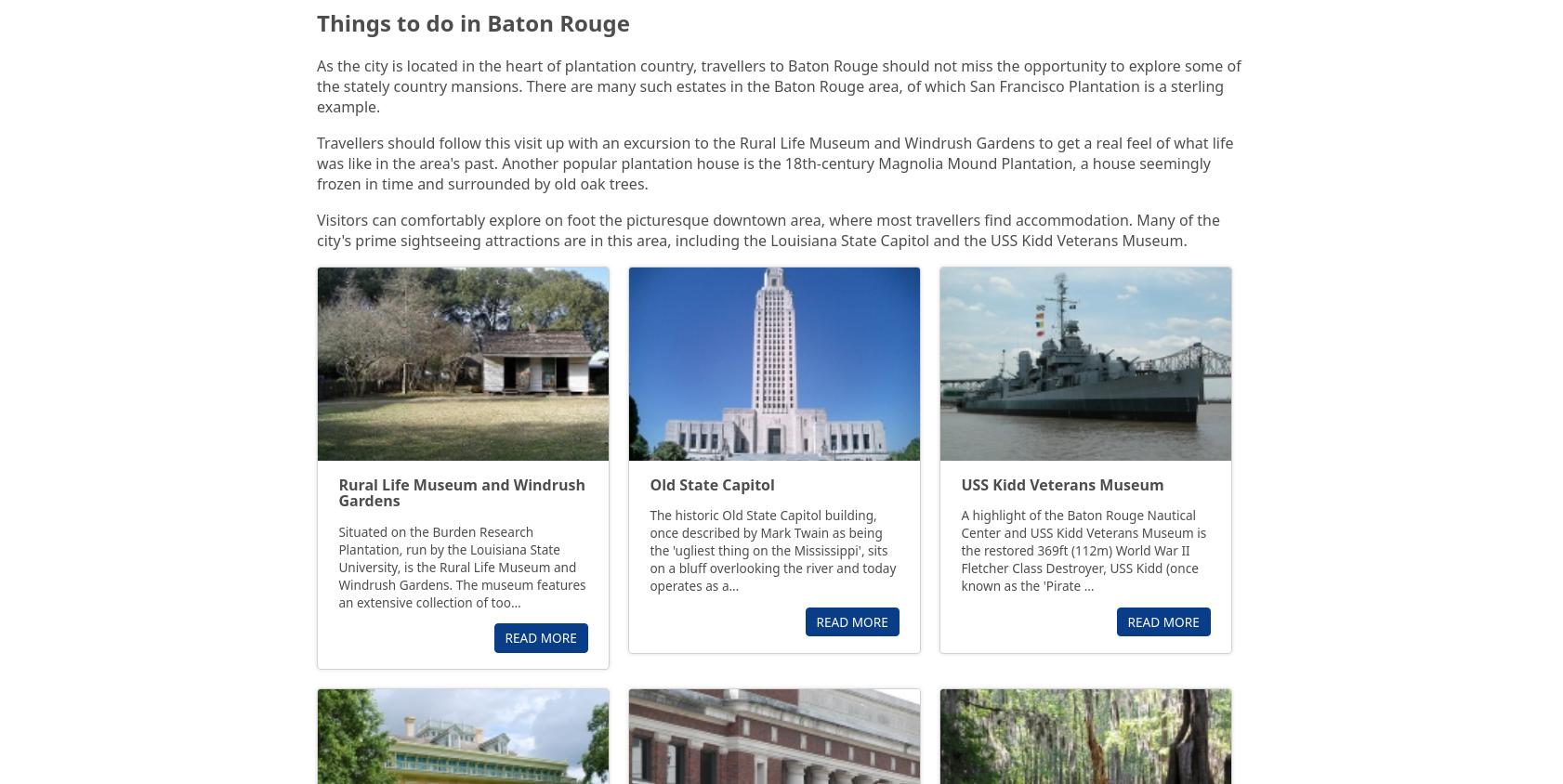 The height and width of the screenshot is (784, 1563). I want to click on 'The historic Old State Capitol building, once described by Mark
Twain as being the 'ugliest thing on the Mississippi', sits on a
bluff overlooking the river and today operates as a…', so click(772, 550).